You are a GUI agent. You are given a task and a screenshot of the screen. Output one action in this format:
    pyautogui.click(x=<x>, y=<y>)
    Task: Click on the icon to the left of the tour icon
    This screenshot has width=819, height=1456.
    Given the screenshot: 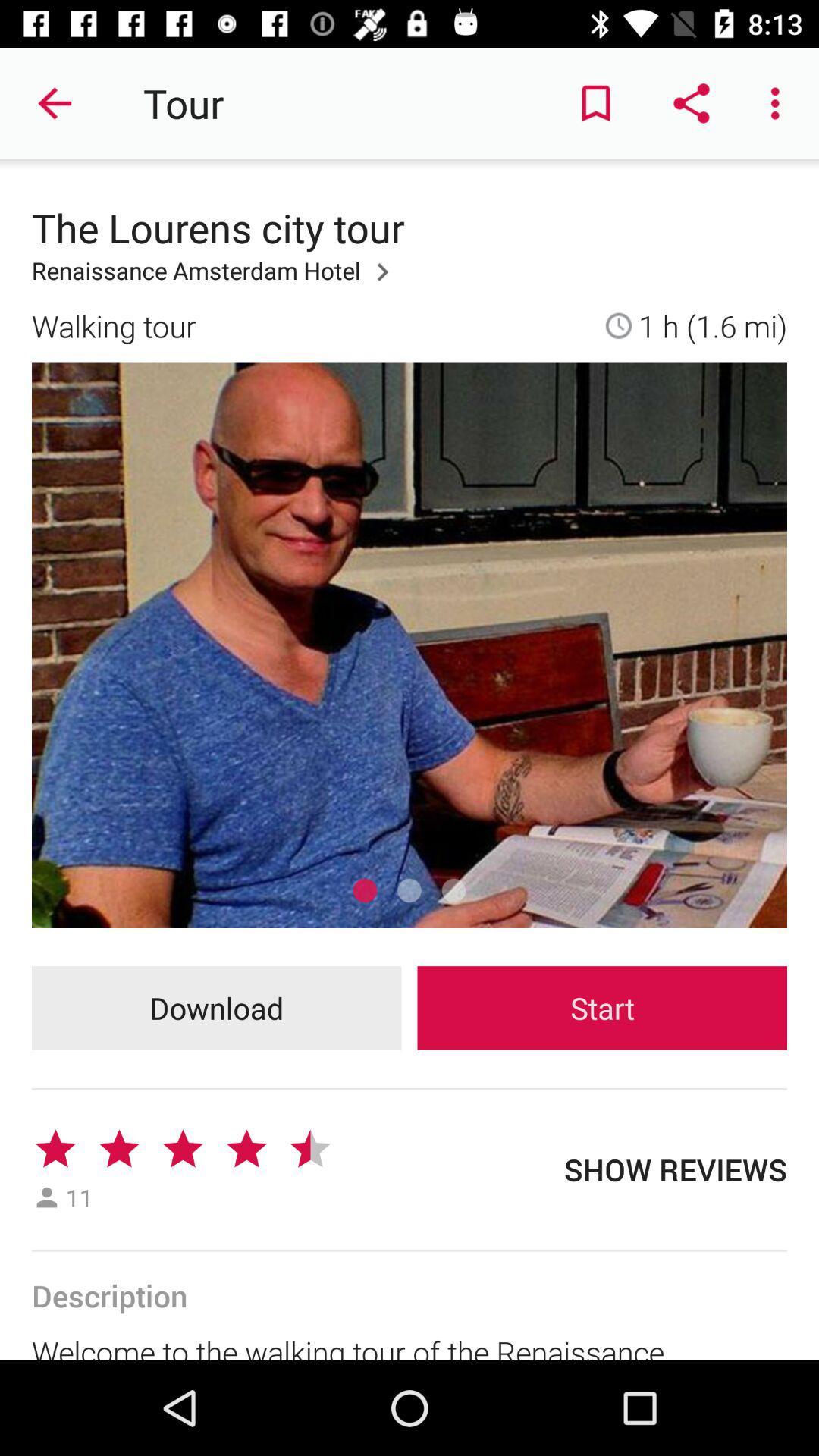 What is the action you would take?
    pyautogui.click(x=55, y=102)
    